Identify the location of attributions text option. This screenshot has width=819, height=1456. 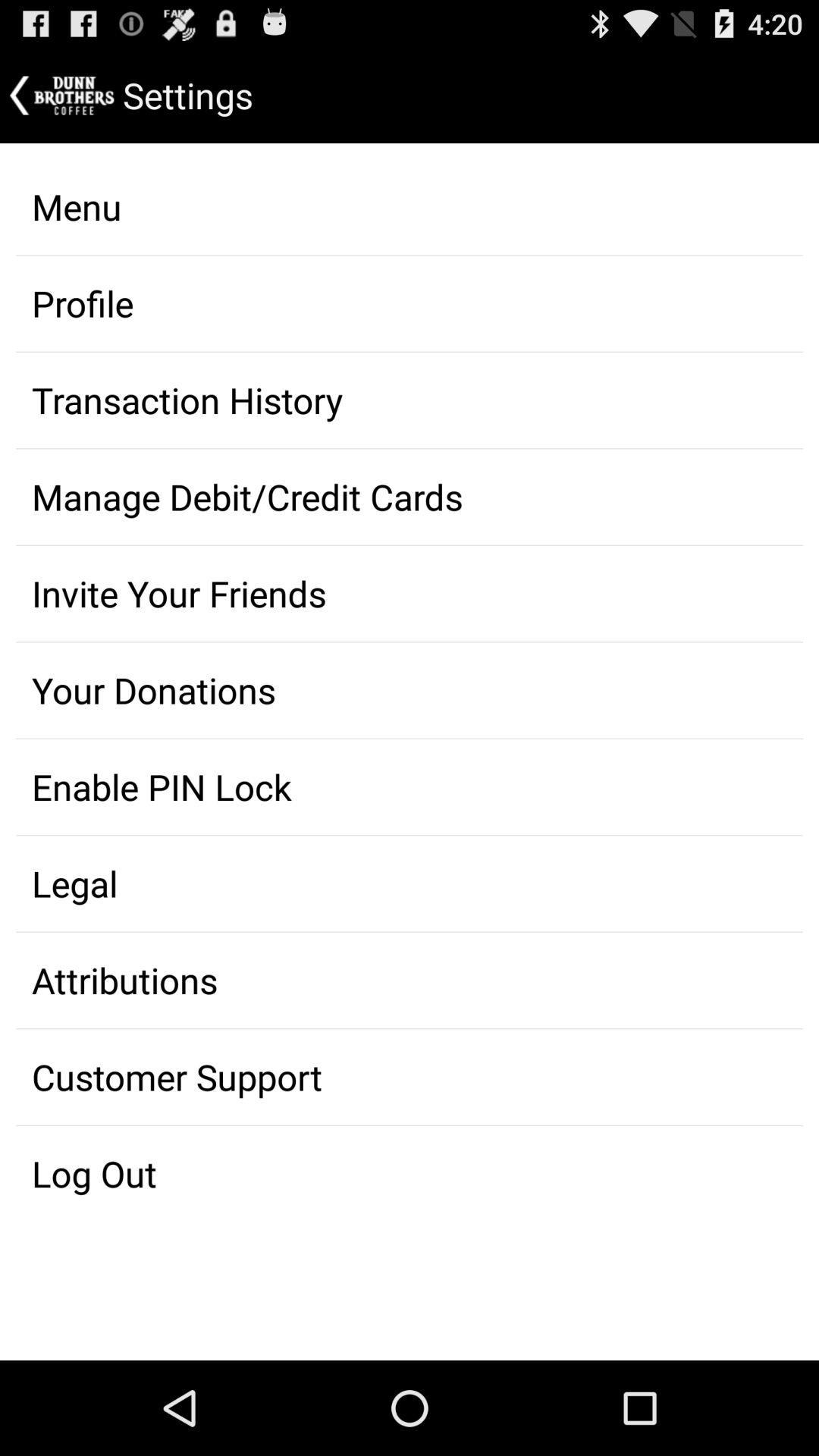
(409, 980).